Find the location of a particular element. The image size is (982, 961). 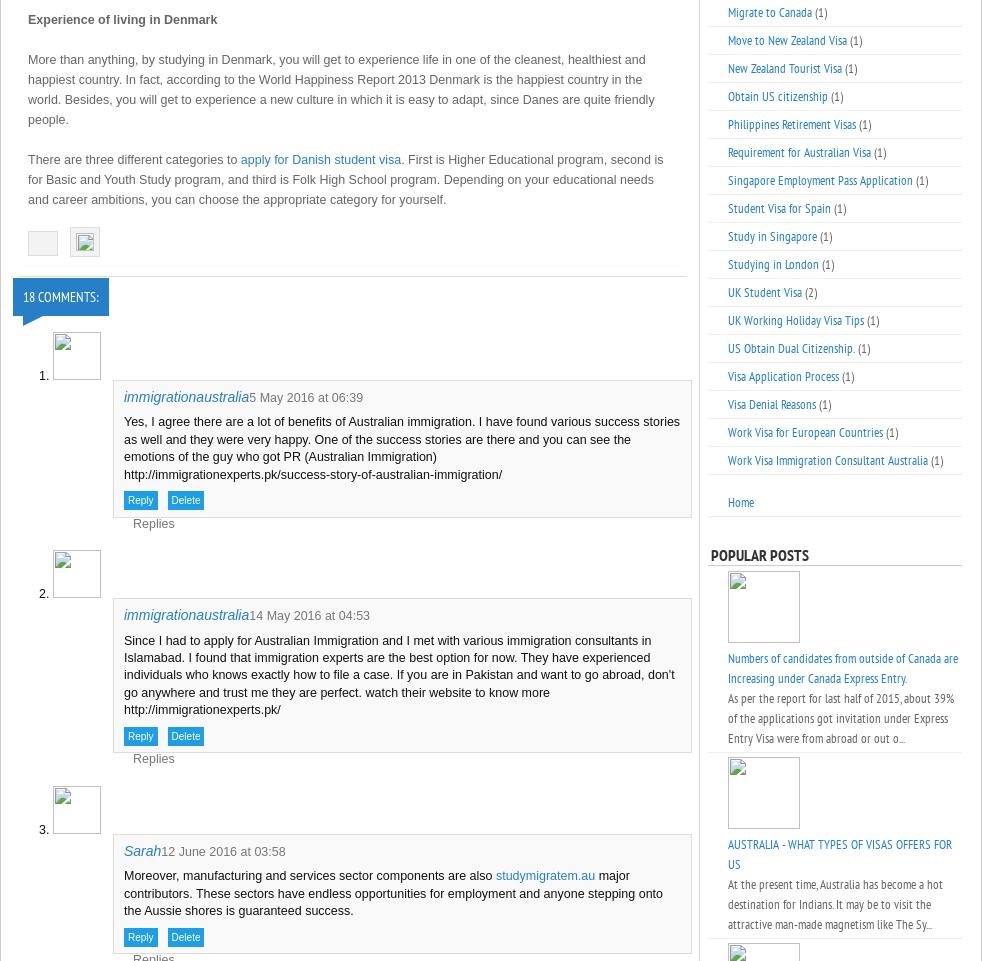

'Studying in London' is located at coordinates (773, 263).